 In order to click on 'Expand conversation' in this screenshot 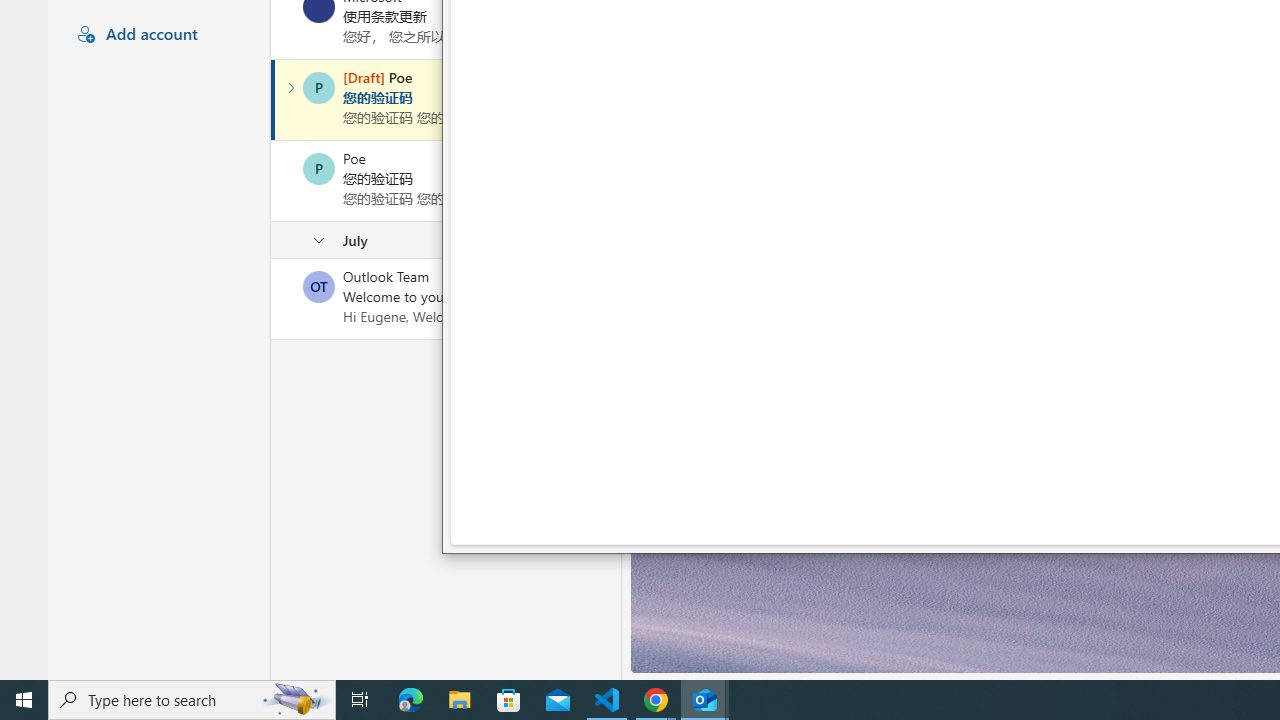, I will do `click(290, 87)`.